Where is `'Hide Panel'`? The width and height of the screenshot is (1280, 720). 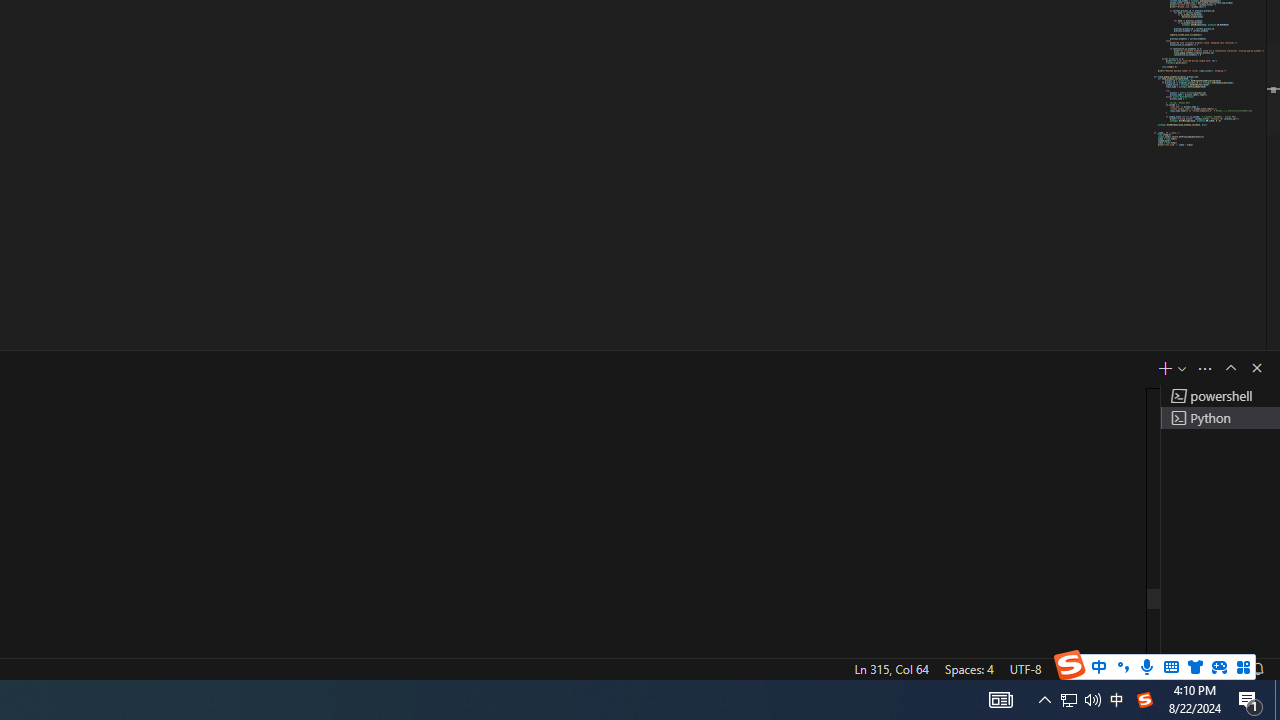
'Hide Panel' is located at coordinates (1255, 367).